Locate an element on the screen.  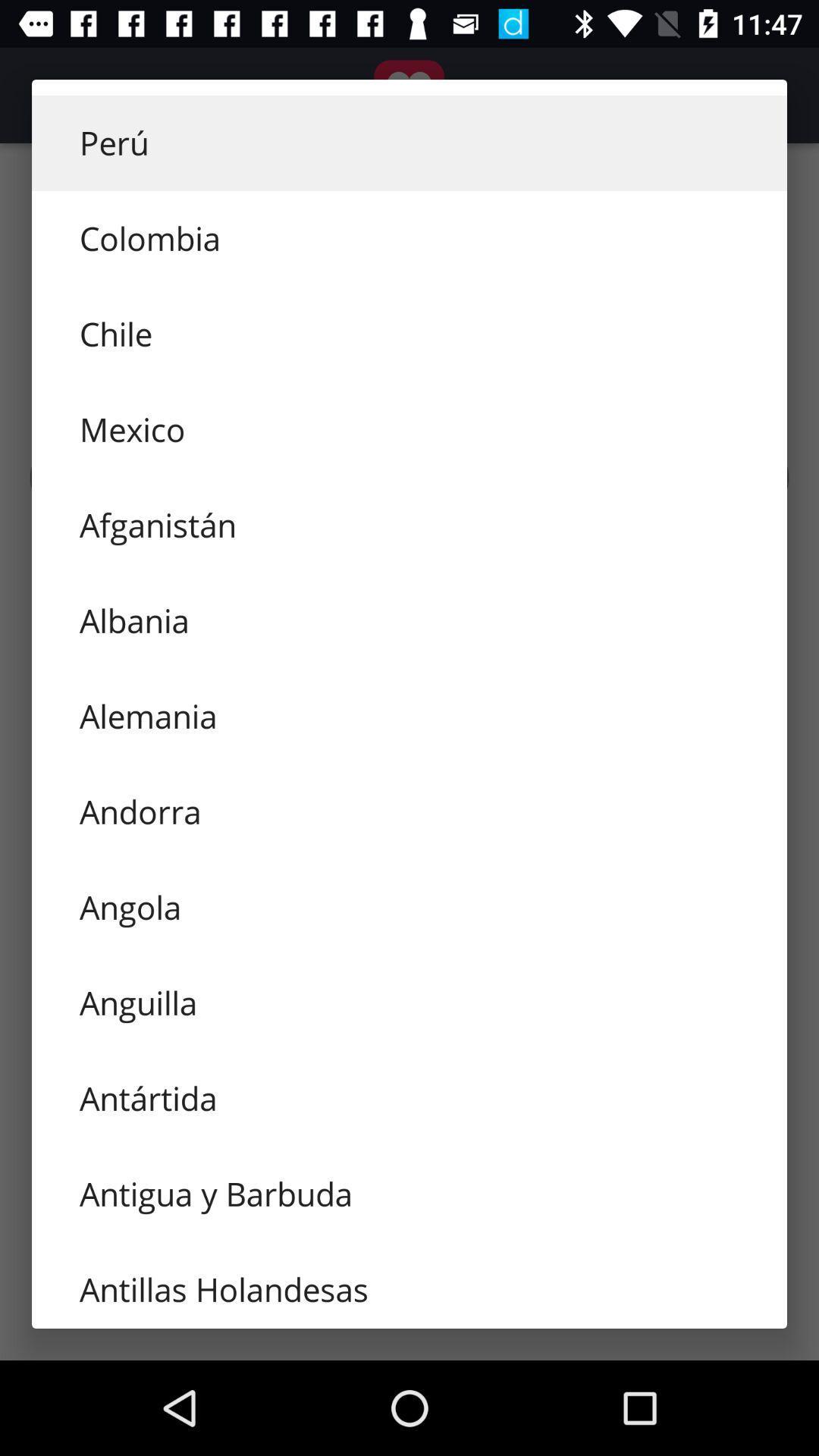
item below mexico item is located at coordinates (409, 525).